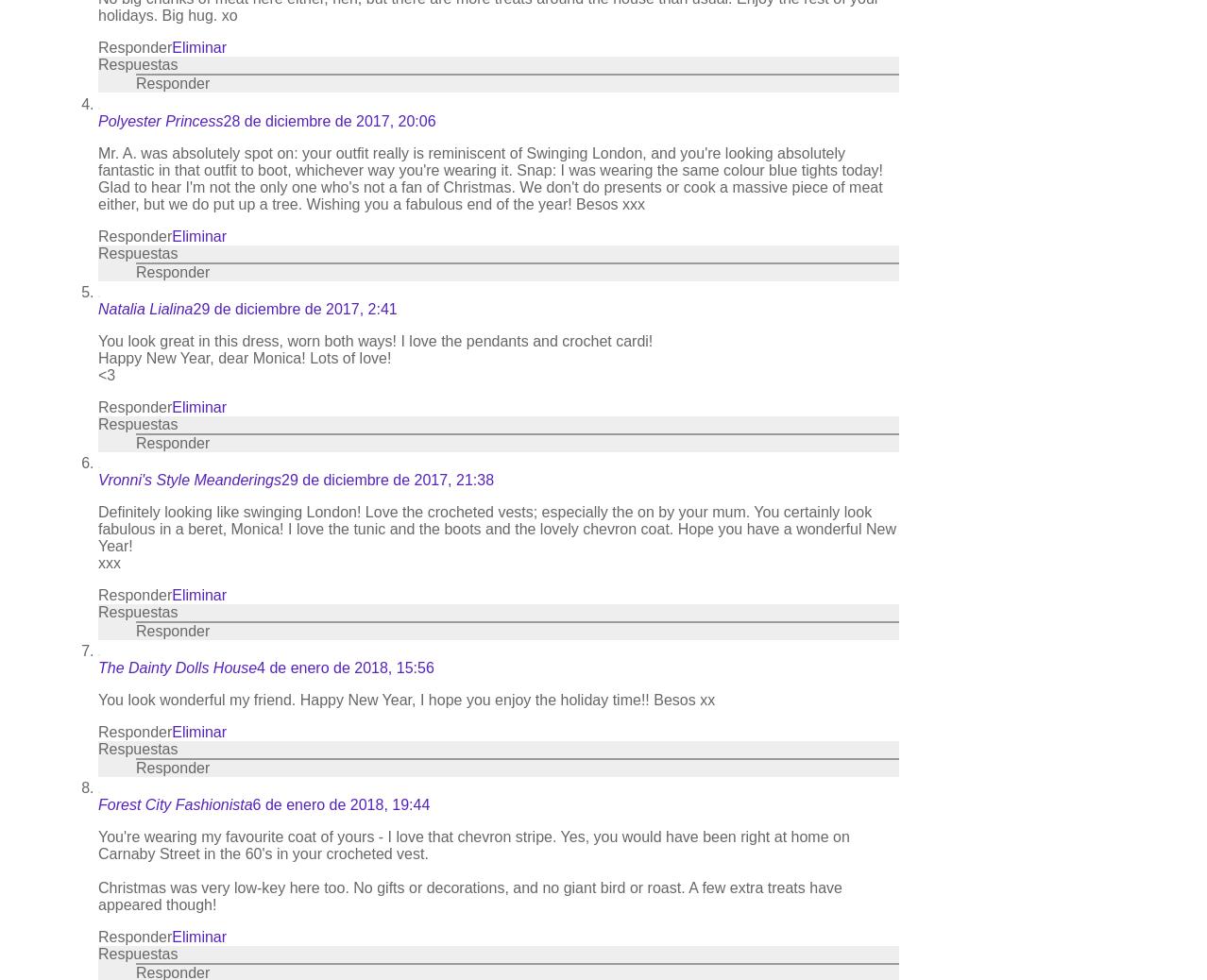 The height and width of the screenshot is (980, 1207). What do you see at coordinates (472, 845) in the screenshot?
I see `'You're wearing my favourite coat of yours - I love that chevron stripe.  Yes, you would have been right at home on Carnaby Street in the 60's in your crocheted vest.'` at bounding box center [472, 845].